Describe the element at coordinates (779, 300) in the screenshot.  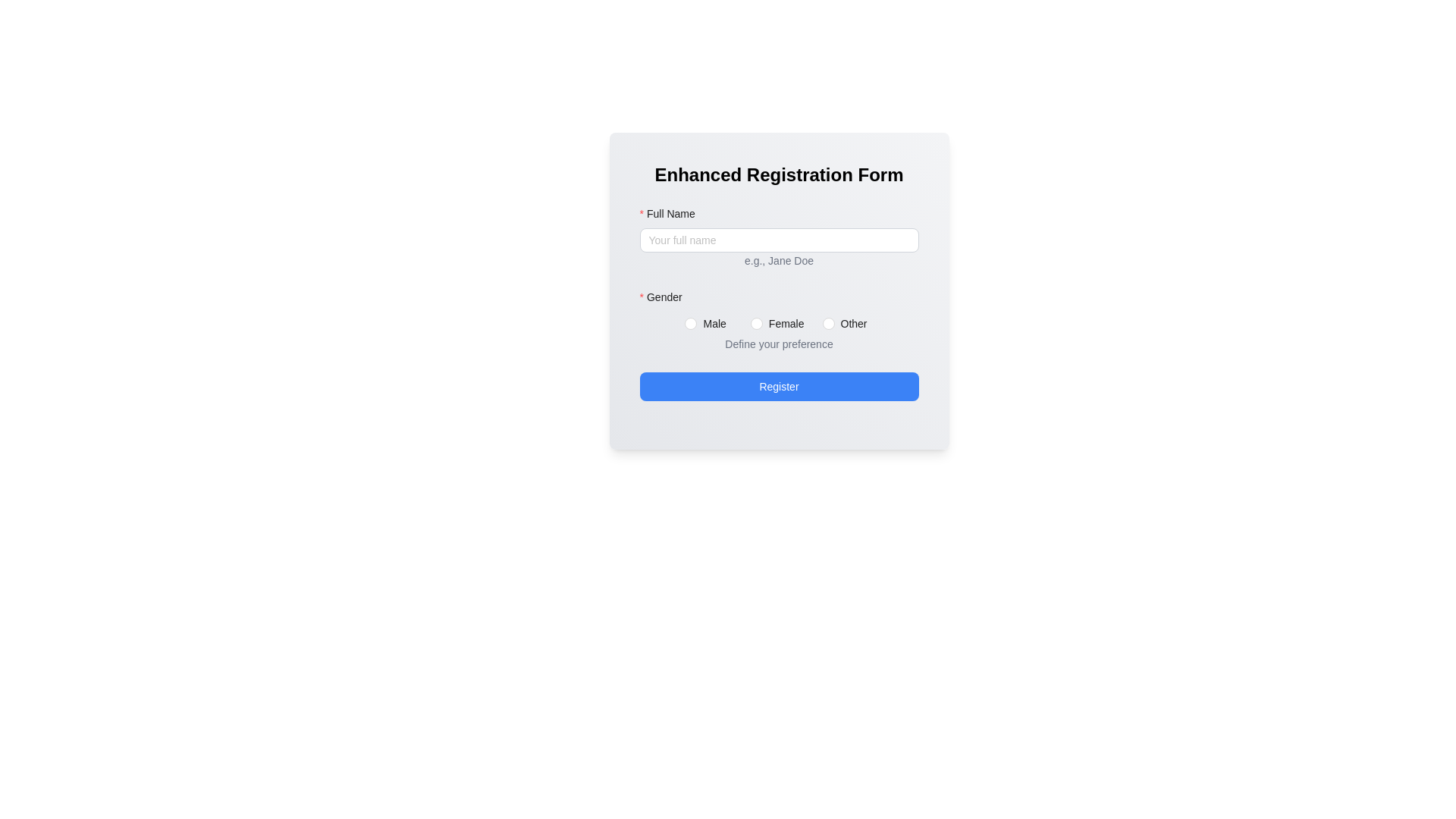
I see `the 'Gender' label, which is styled in bold black text with a red asterisk indicating a mandatory field, located near the top-left region of the form, above the radio button options for selecting gender` at that location.